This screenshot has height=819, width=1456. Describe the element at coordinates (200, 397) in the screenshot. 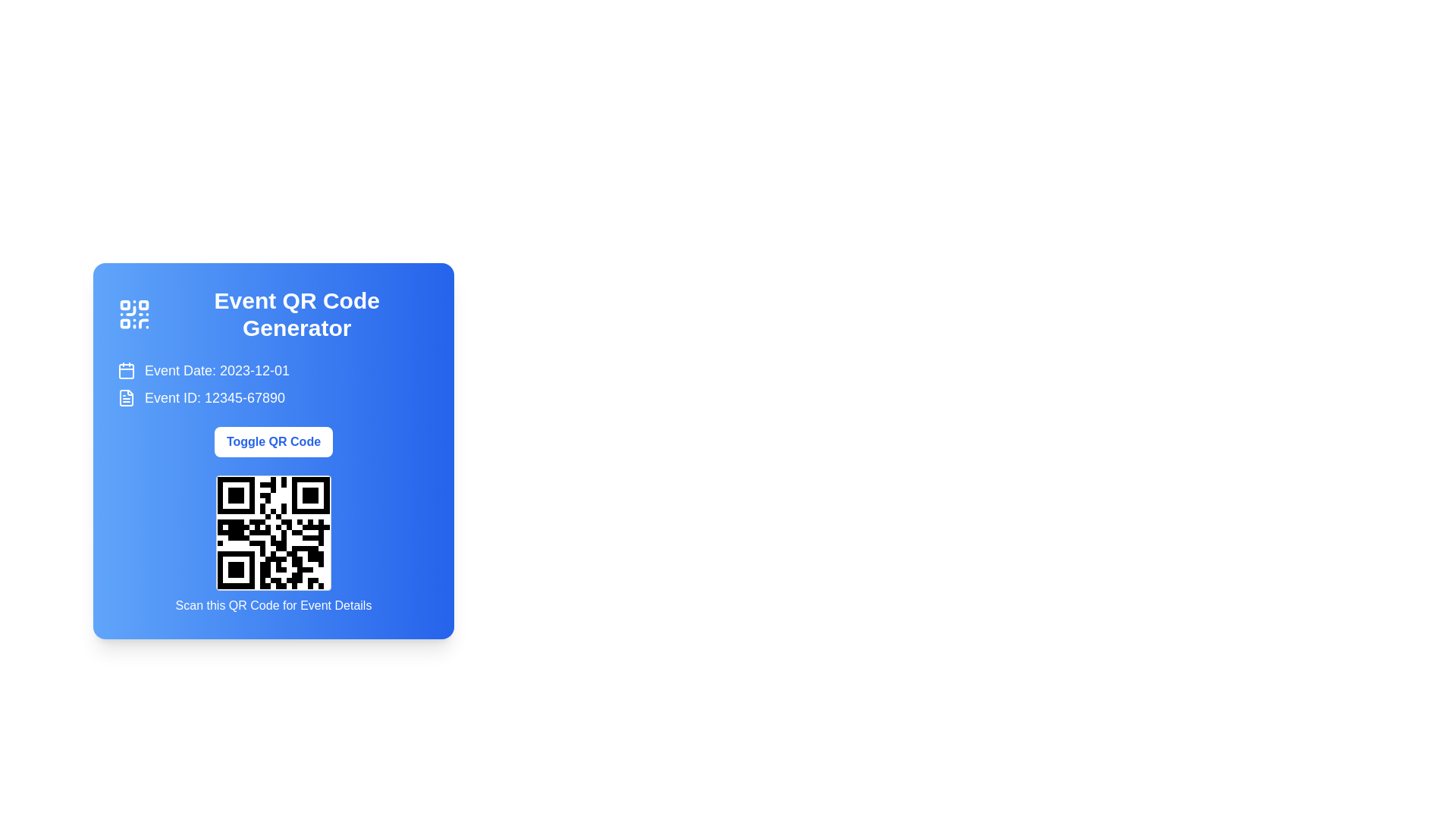

I see `the 'Event ID' Label with an icon, which provides information about the event's unique identifier, located below the 'Event Date' row in a vertical stack` at that location.